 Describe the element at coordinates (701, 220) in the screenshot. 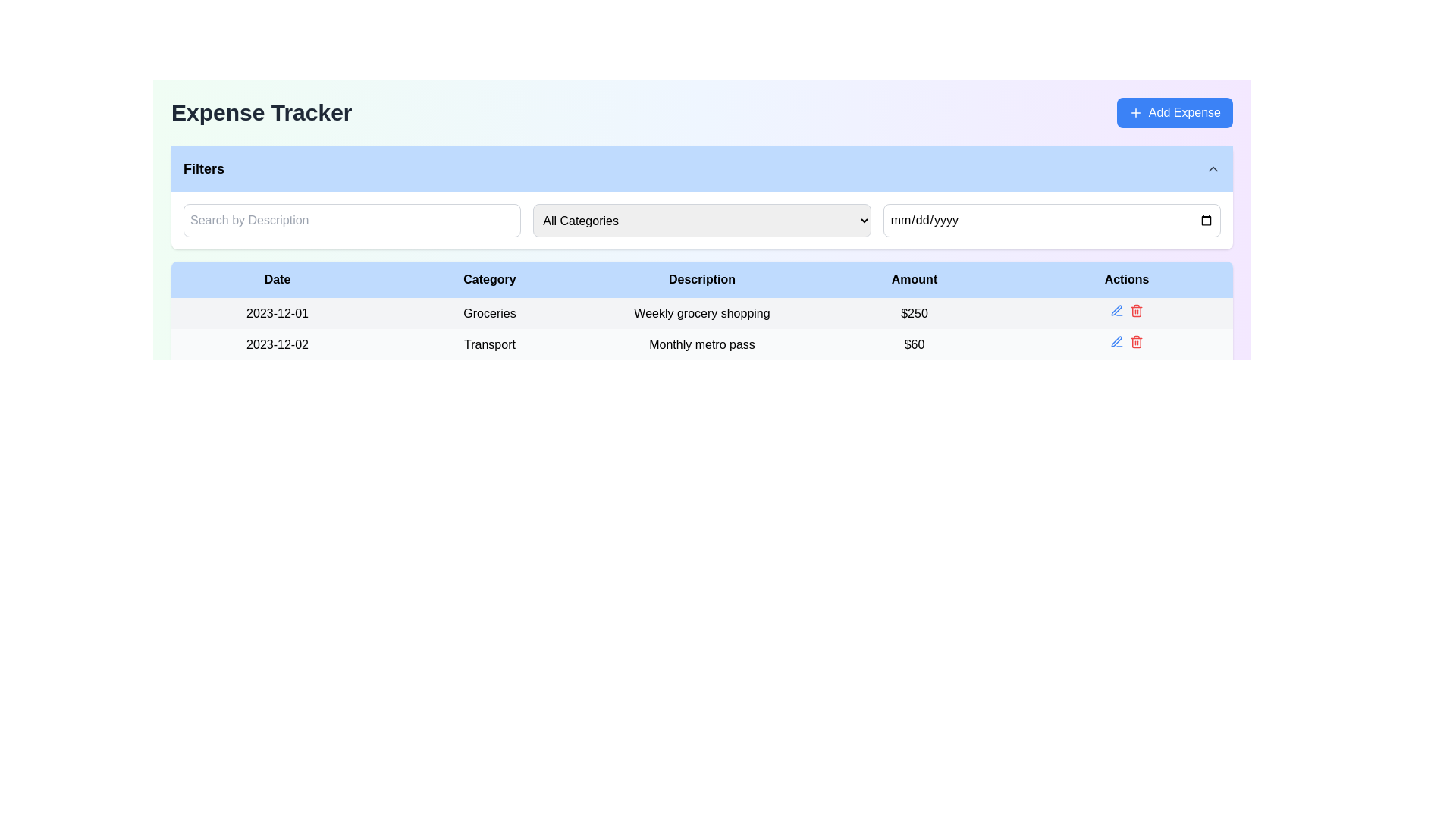

I see `the dropdown menu located centrally in the 'Filters' section` at that location.